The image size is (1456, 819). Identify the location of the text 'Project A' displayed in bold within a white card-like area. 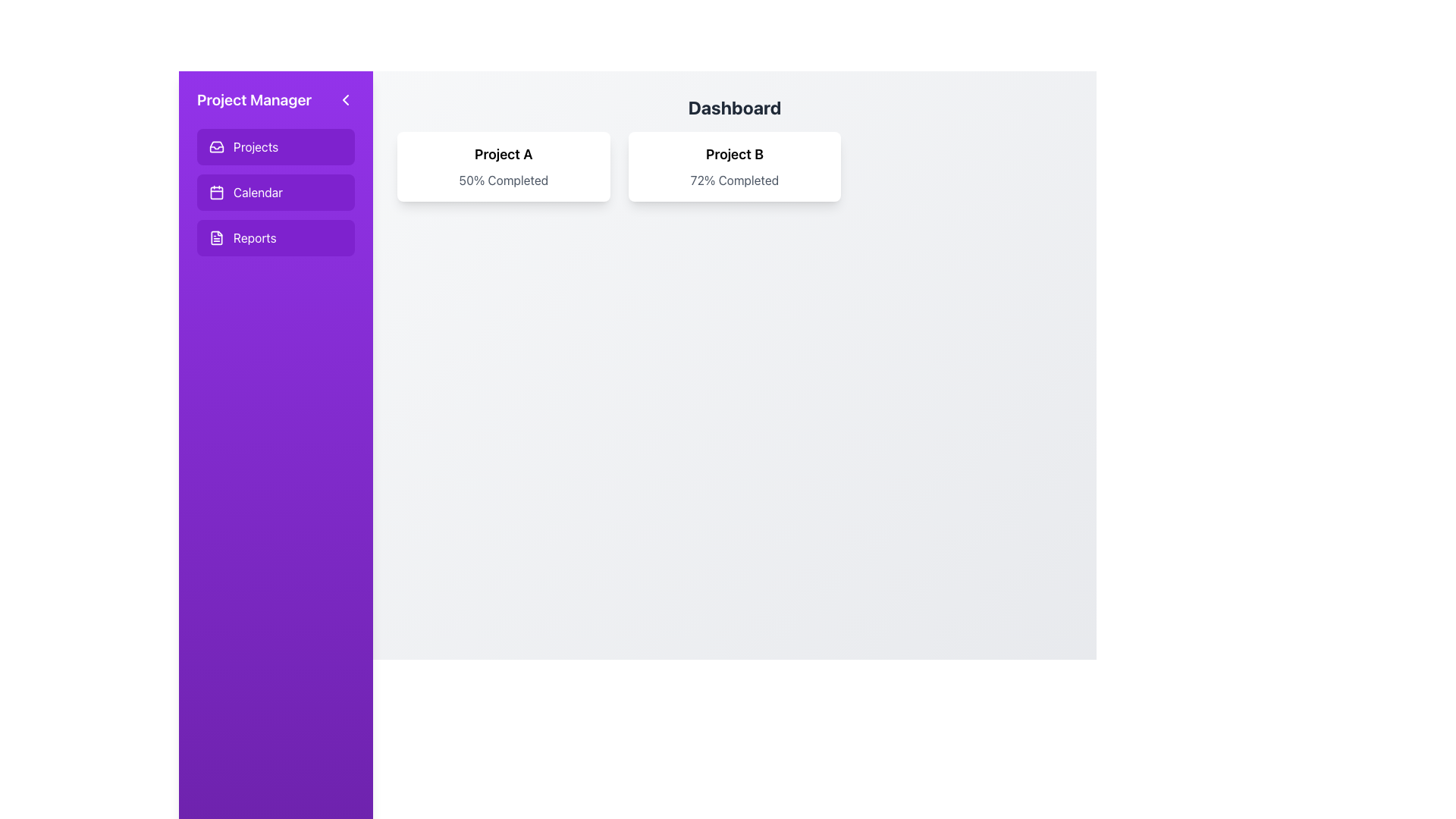
(503, 155).